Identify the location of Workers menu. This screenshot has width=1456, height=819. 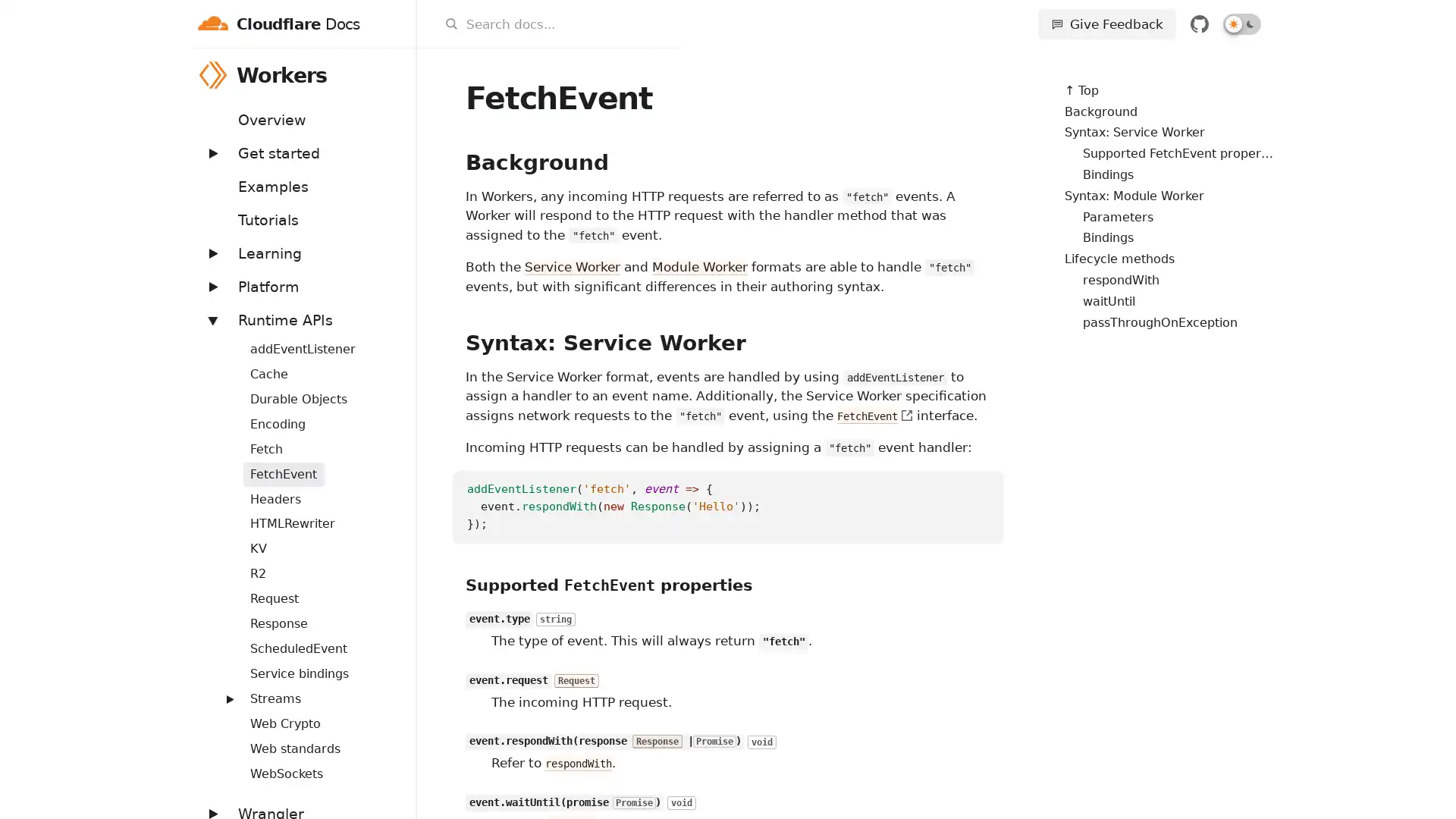
(396, 74).